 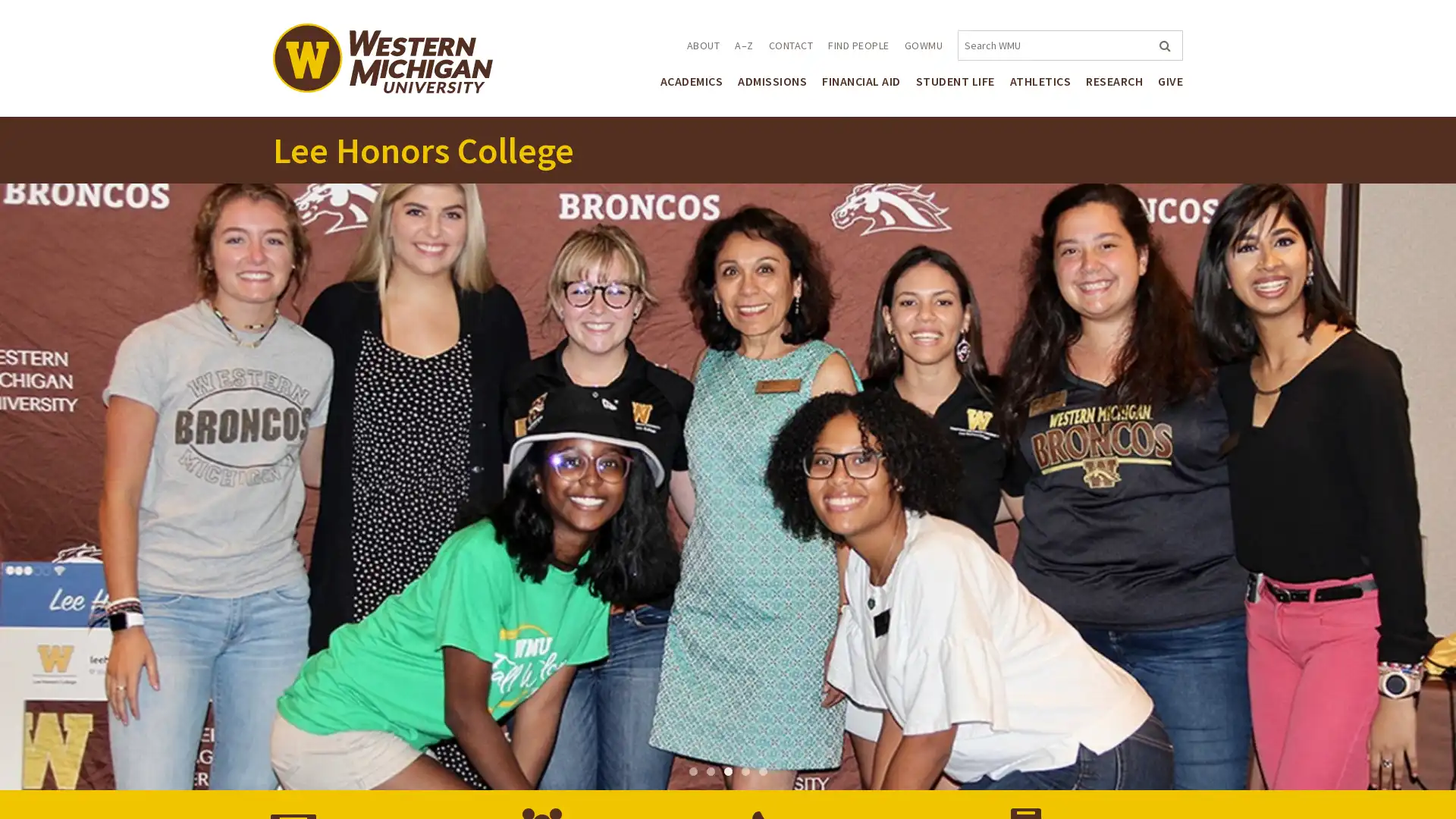 What do you see at coordinates (1163, 45) in the screenshot?
I see `SEARCH` at bounding box center [1163, 45].